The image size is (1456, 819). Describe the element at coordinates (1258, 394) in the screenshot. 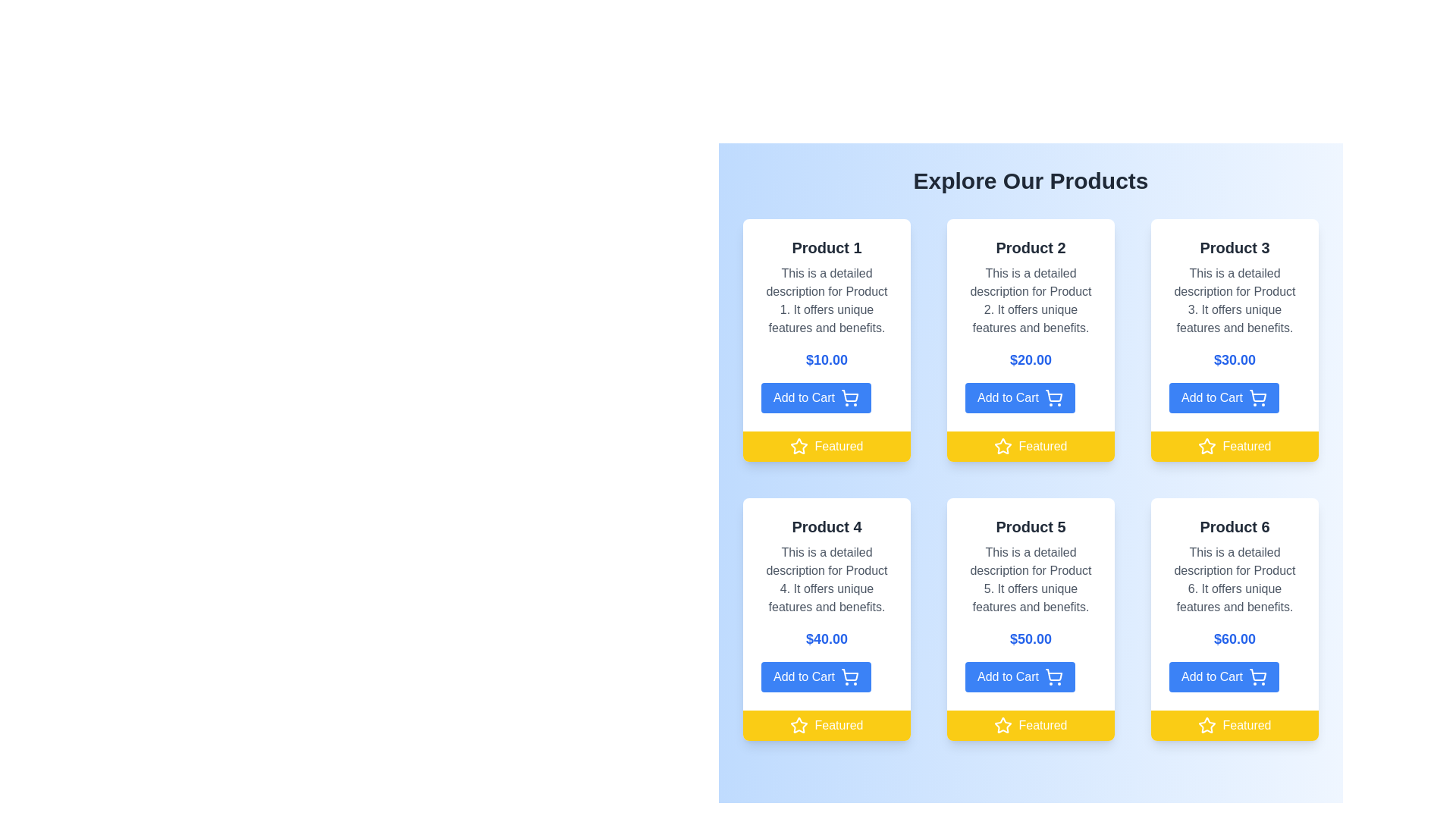

I see `the shopping cart icon located inside the 'Add to Cart' button for 'Product 3' in the top-right section of the layout` at that location.